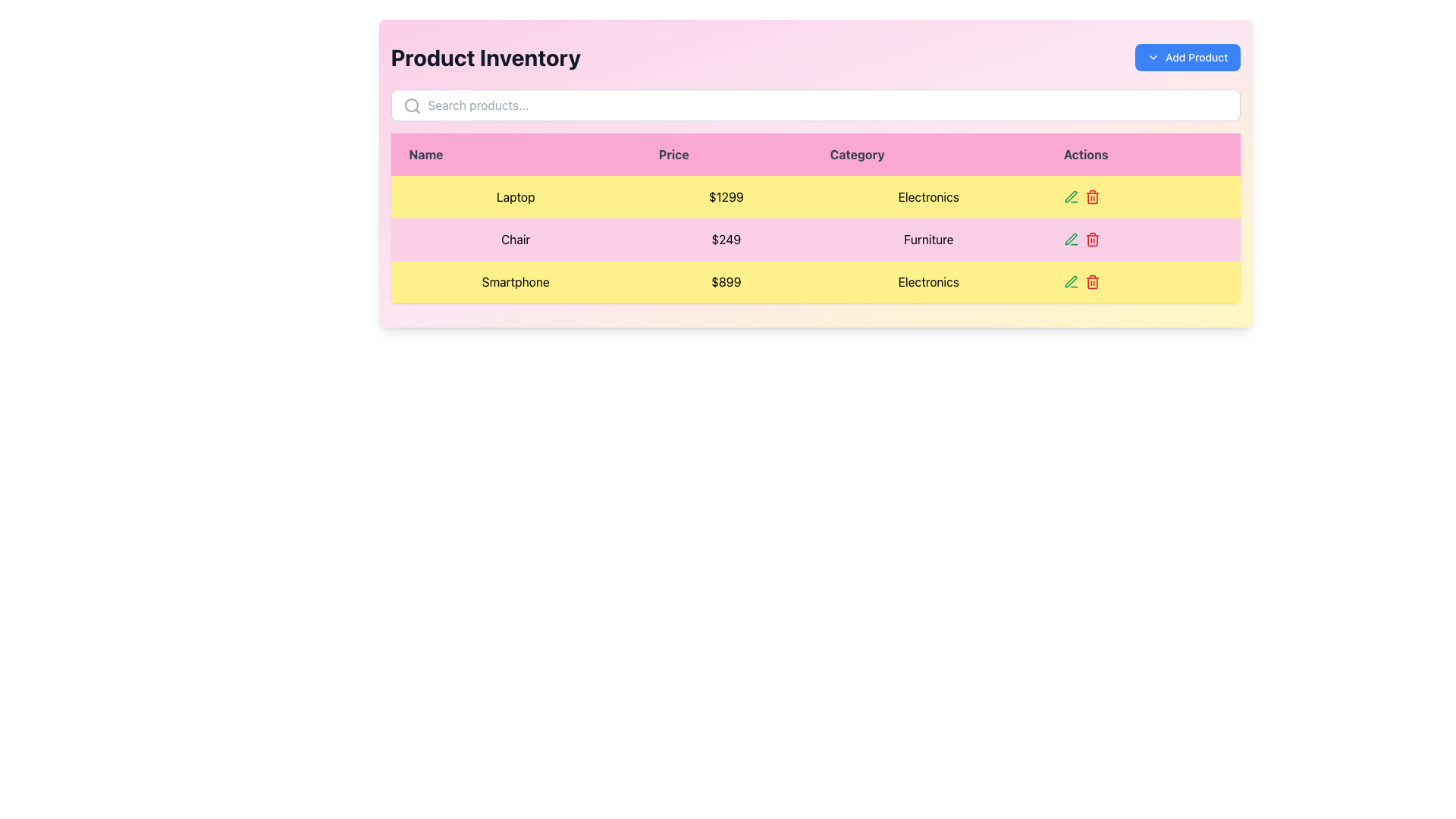 The image size is (1456, 819). What do you see at coordinates (1092, 283) in the screenshot?
I see `the trash bin icon representing the deletion action for the corresponding row in the product table` at bounding box center [1092, 283].